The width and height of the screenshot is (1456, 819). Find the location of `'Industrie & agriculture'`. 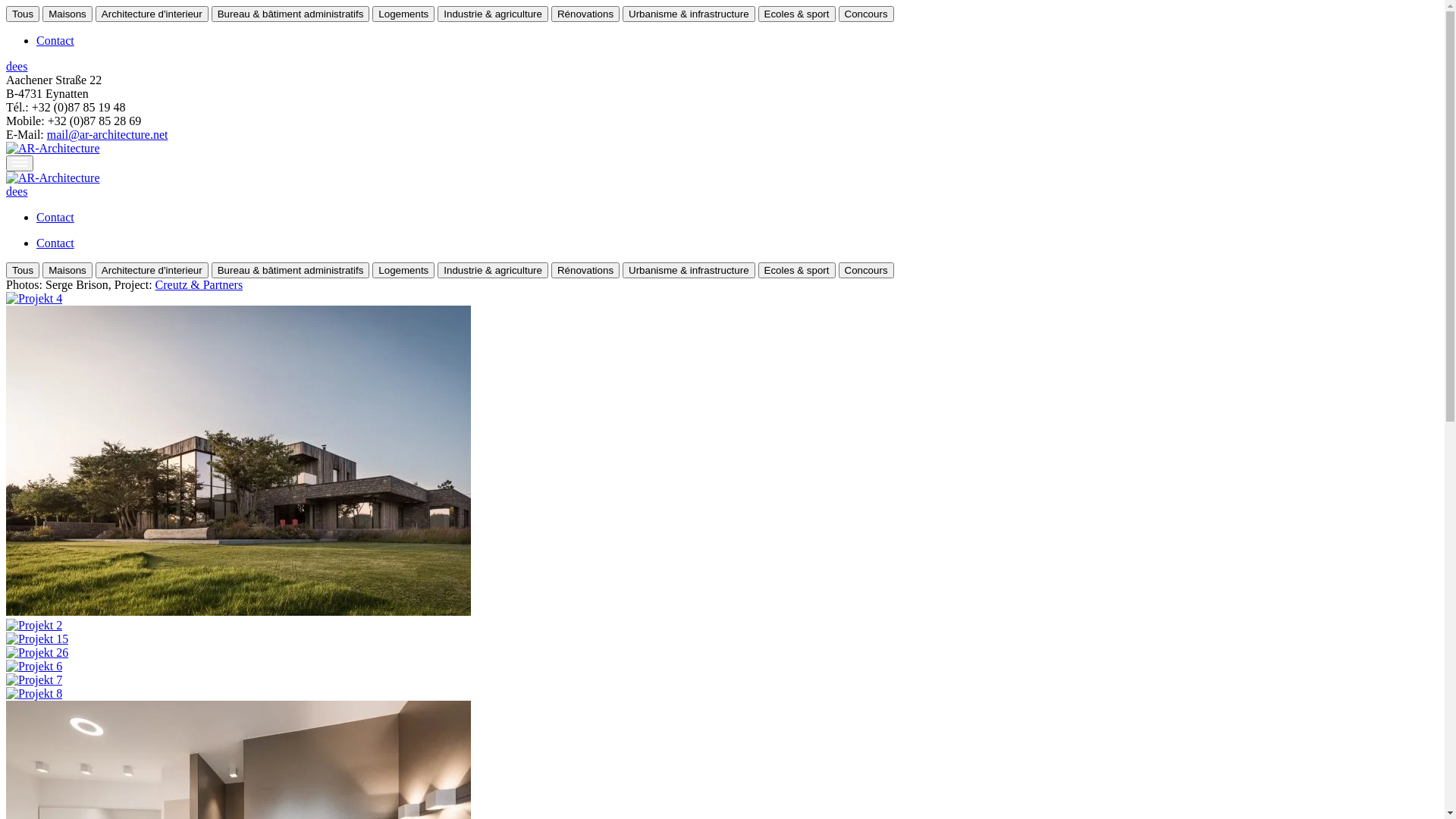

'Industrie & agriculture' is located at coordinates (492, 14).